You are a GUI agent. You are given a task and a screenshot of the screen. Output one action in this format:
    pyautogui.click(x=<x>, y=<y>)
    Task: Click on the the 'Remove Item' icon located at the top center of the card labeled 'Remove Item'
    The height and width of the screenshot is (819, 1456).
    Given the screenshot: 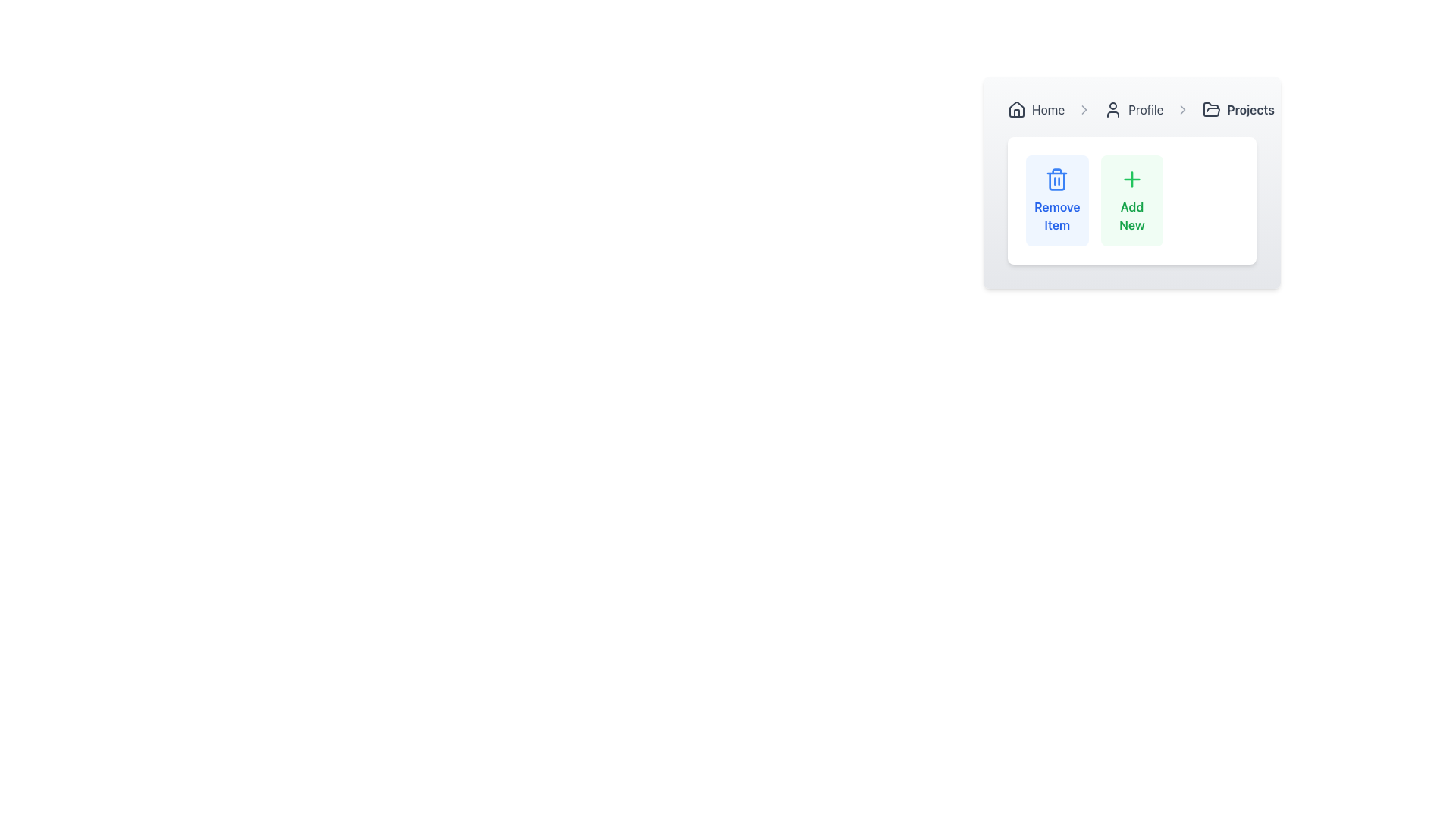 What is the action you would take?
    pyautogui.click(x=1056, y=181)
    